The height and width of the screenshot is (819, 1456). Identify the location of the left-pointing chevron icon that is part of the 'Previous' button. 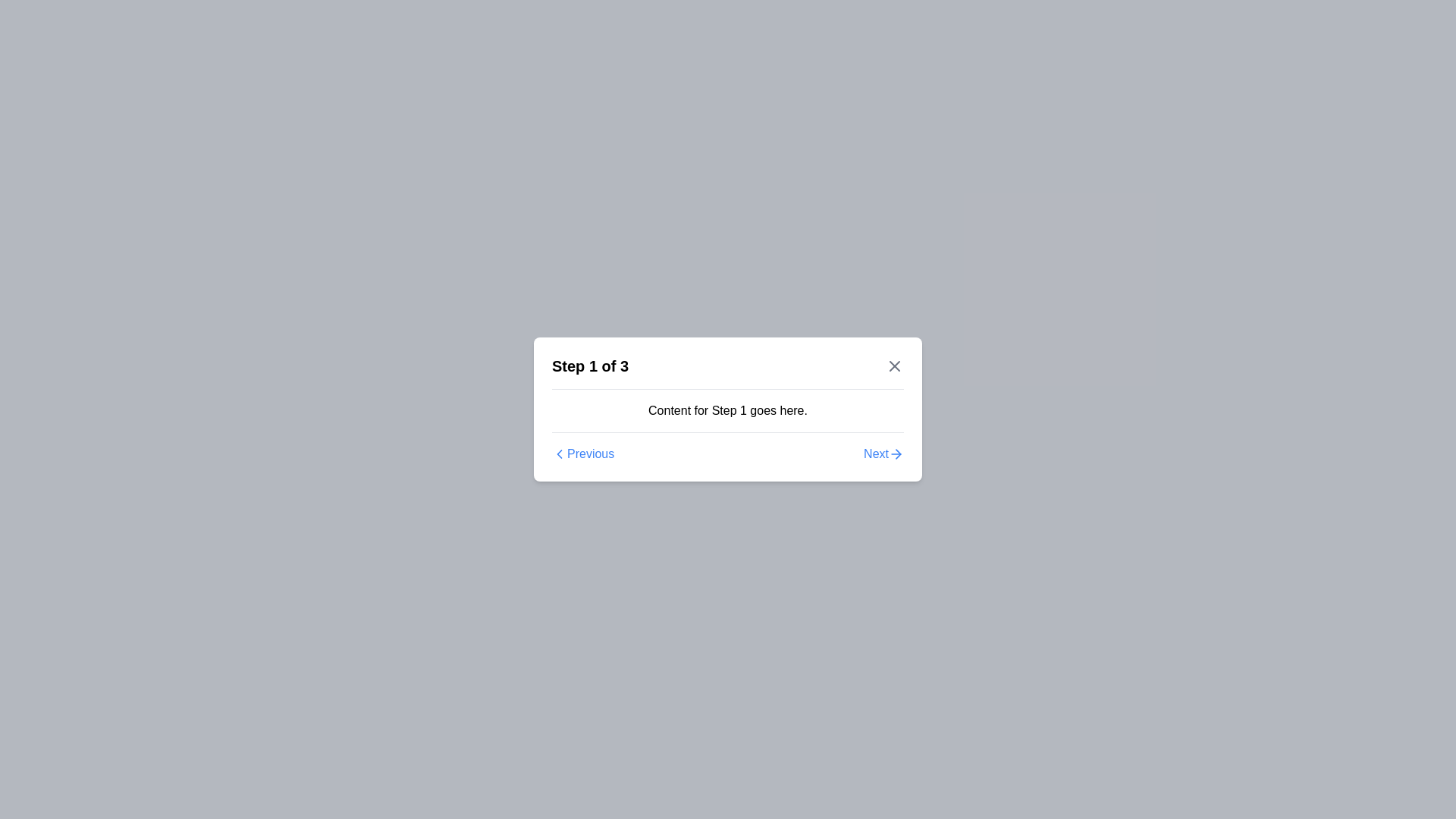
(559, 453).